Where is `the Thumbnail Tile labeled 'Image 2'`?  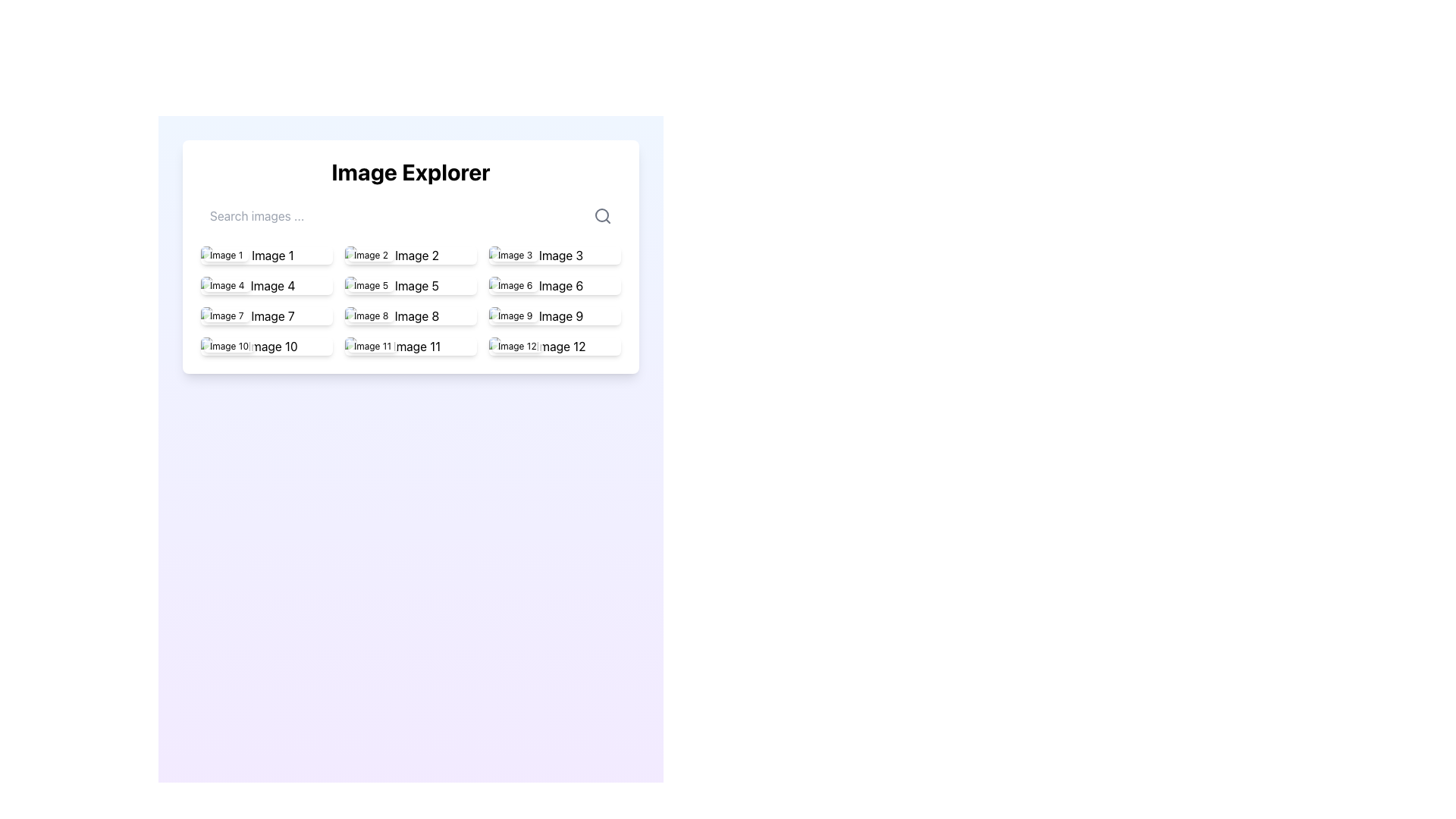
the Thumbnail Tile labeled 'Image 2' is located at coordinates (411, 254).